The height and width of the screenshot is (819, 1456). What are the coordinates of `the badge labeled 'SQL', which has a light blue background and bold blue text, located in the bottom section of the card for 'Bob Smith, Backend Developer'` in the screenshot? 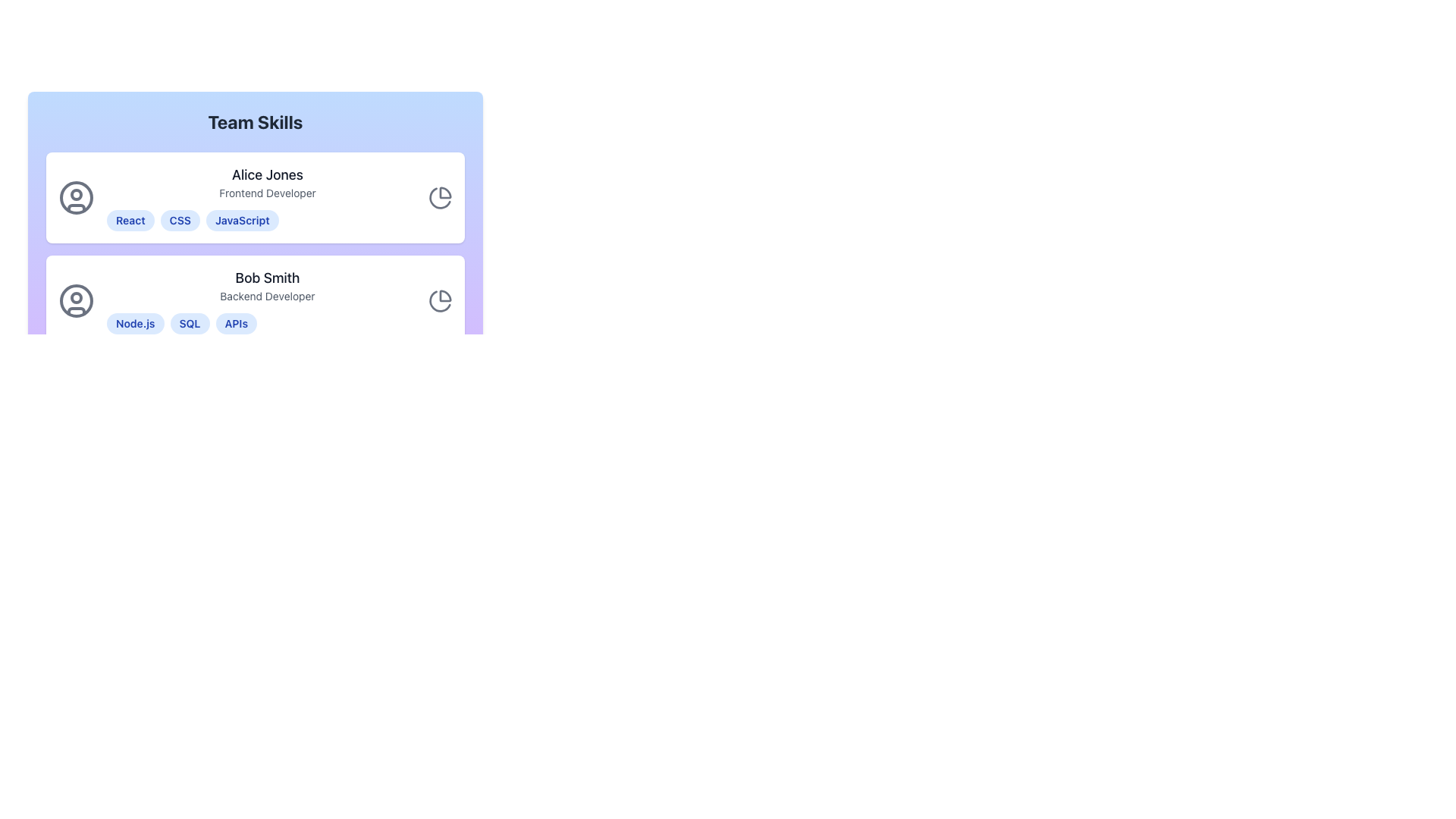 It's located at (189, 323).